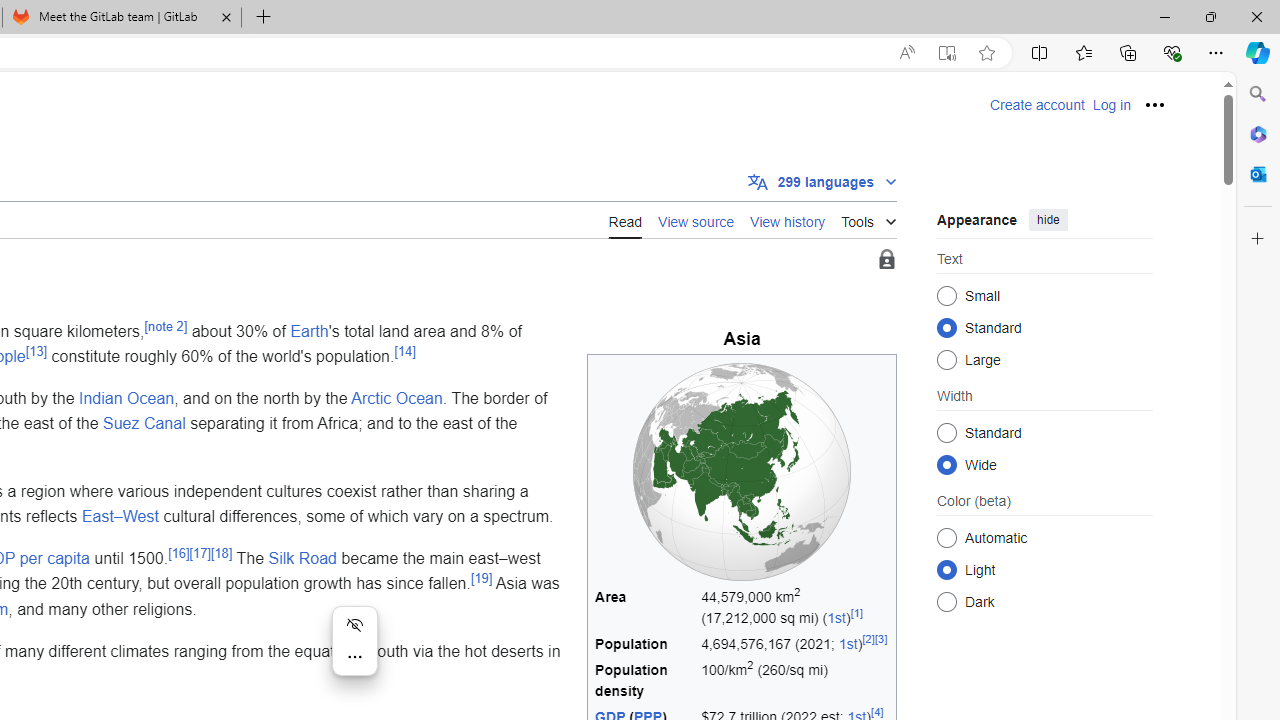 This screenshot has height=720, width=1280. What do you see at coordinates (869, 218) in the screenshot?
I see `'Tools'` at bounding box center [869, 218].